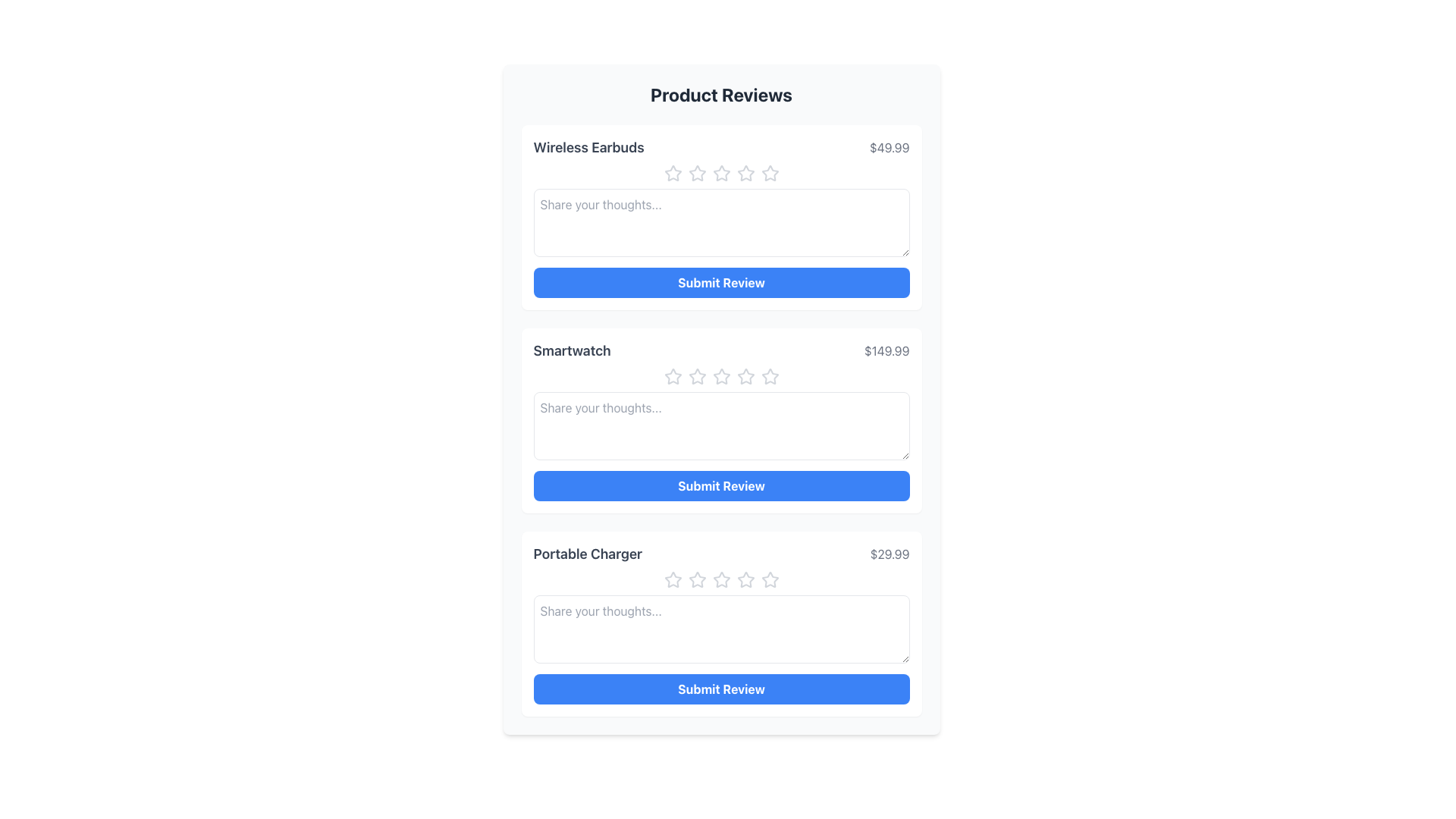  What do you see at coordinates (696, 375) in the screenshot?
I see `the second star icon in the five-star rating control for the 'Smartwatch' review section` at bounding box center [696, 375].